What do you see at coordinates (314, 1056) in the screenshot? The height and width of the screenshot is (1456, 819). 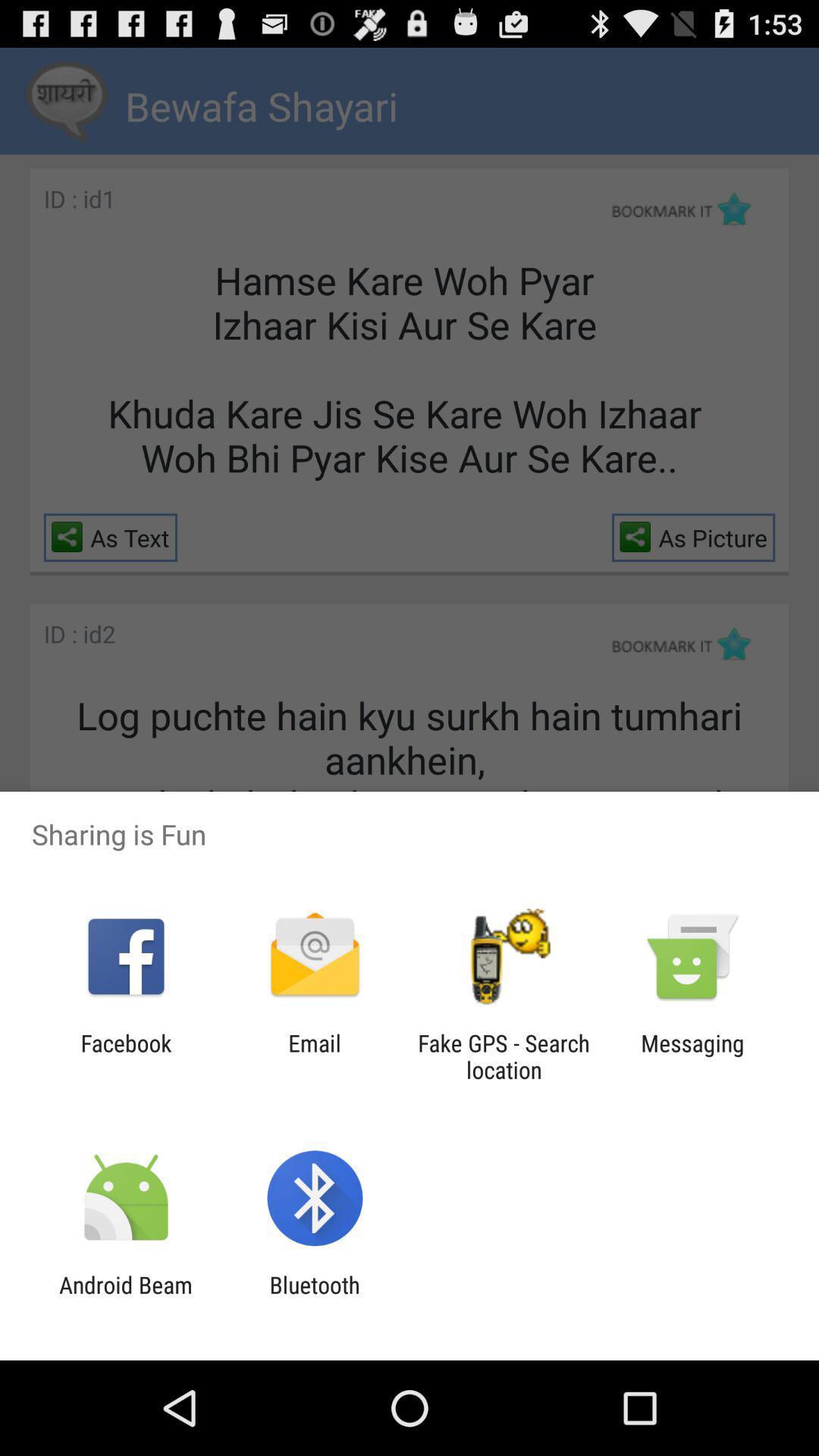 I see `item next to fake gps search` at bounding box center [314, 1056].